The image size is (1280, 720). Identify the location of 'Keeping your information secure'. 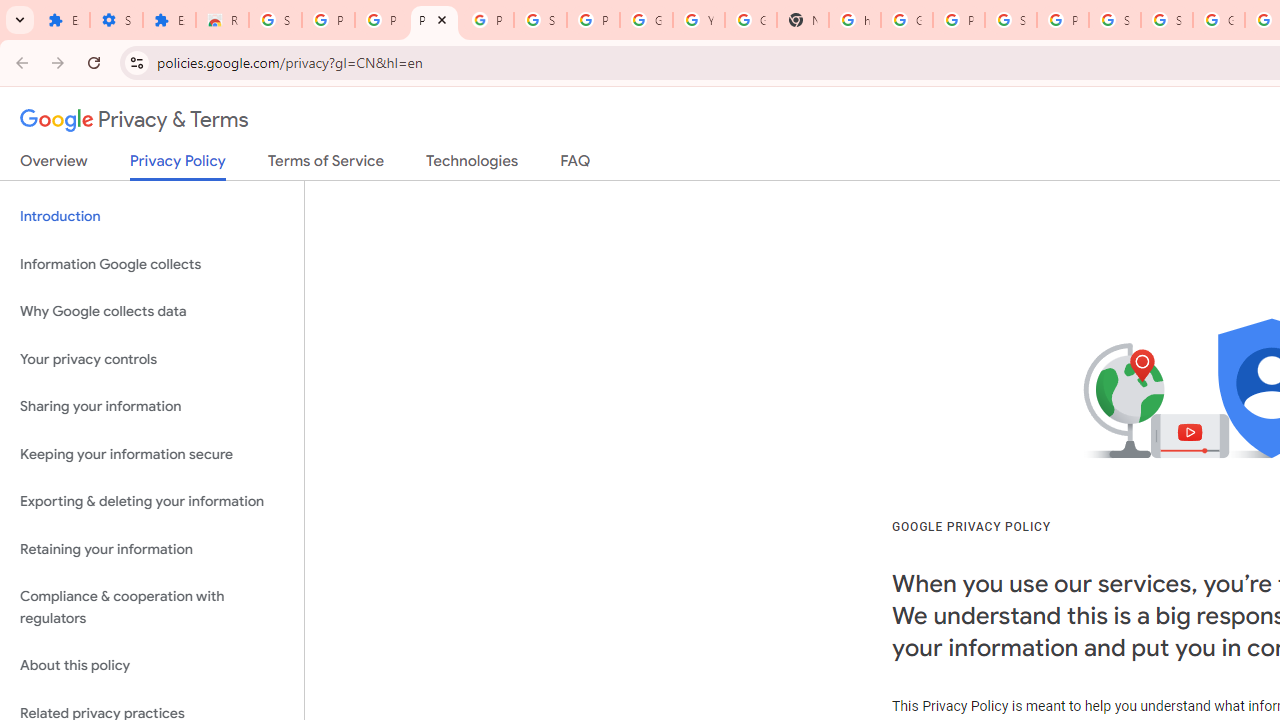
(151, 454).